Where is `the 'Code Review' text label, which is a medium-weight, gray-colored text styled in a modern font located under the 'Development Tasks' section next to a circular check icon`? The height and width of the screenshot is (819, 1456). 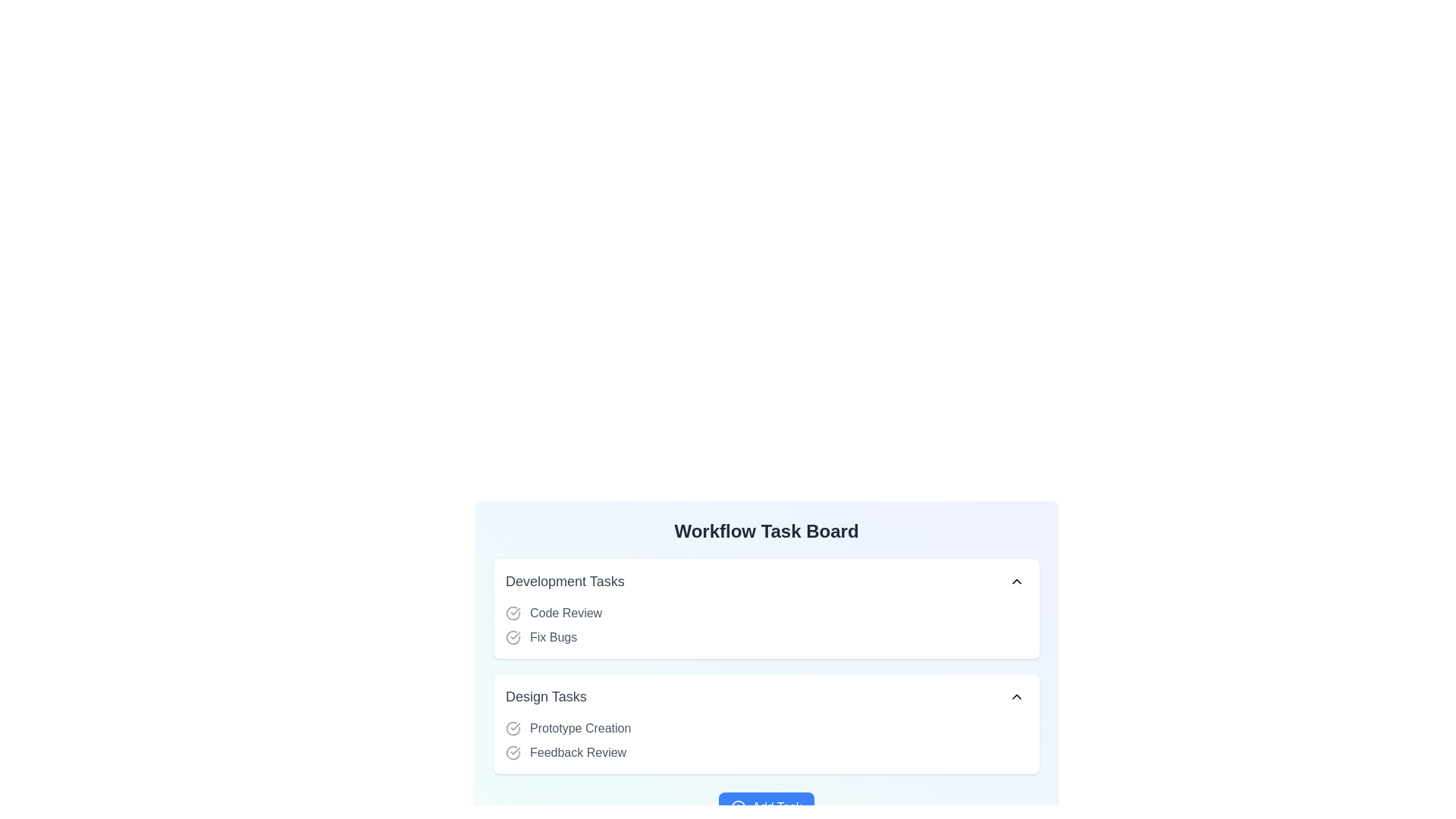
the 'Code Review' text label, which is a medium-weight, gray-colored text styled in a modern font located under the 'Development Tasks' section next to a circular check icon is located at coordinates (565, 613).